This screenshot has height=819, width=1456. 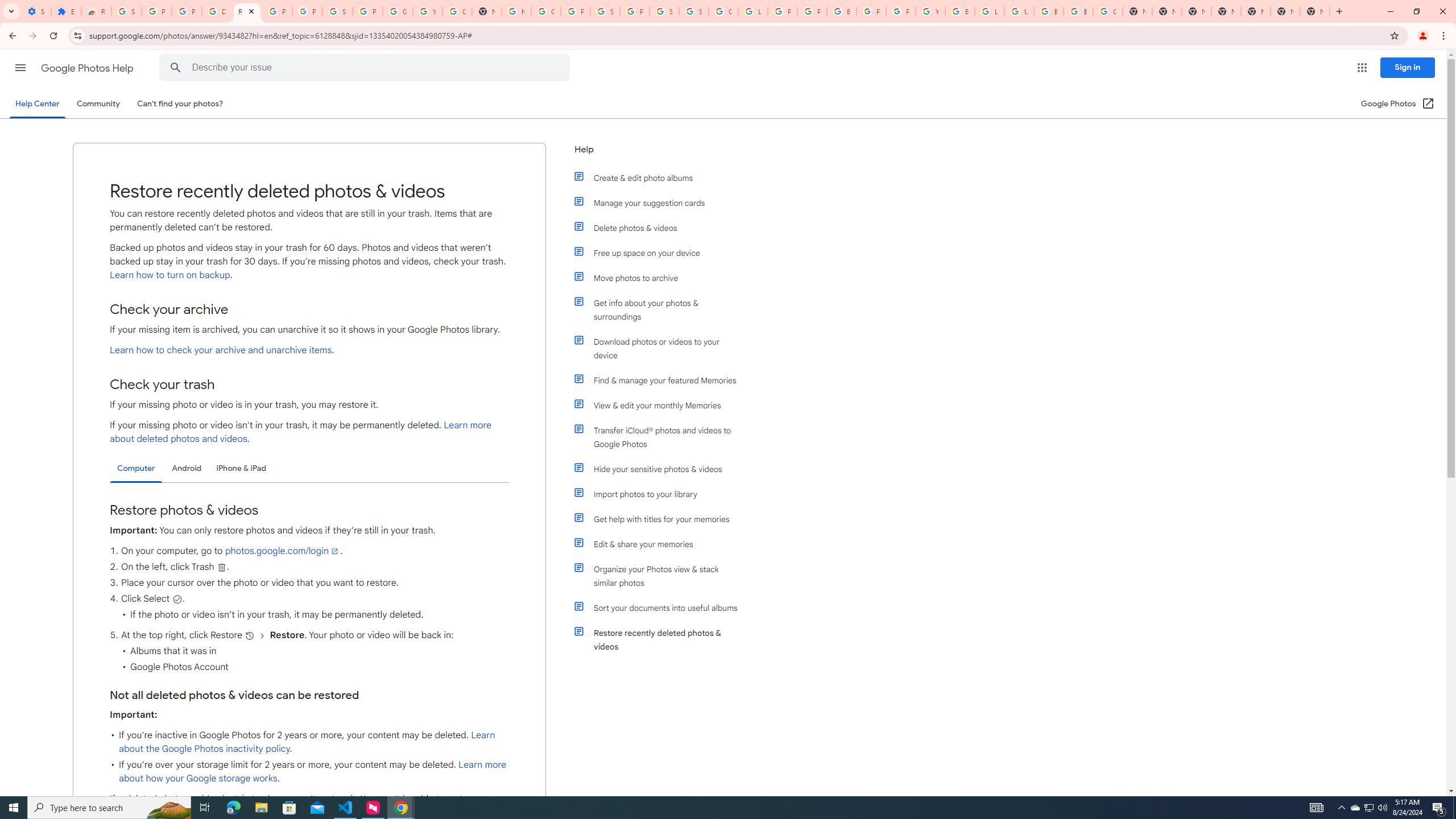 I want to click on 'Learn more about how your Google storage works', so click(x=313, y=771).